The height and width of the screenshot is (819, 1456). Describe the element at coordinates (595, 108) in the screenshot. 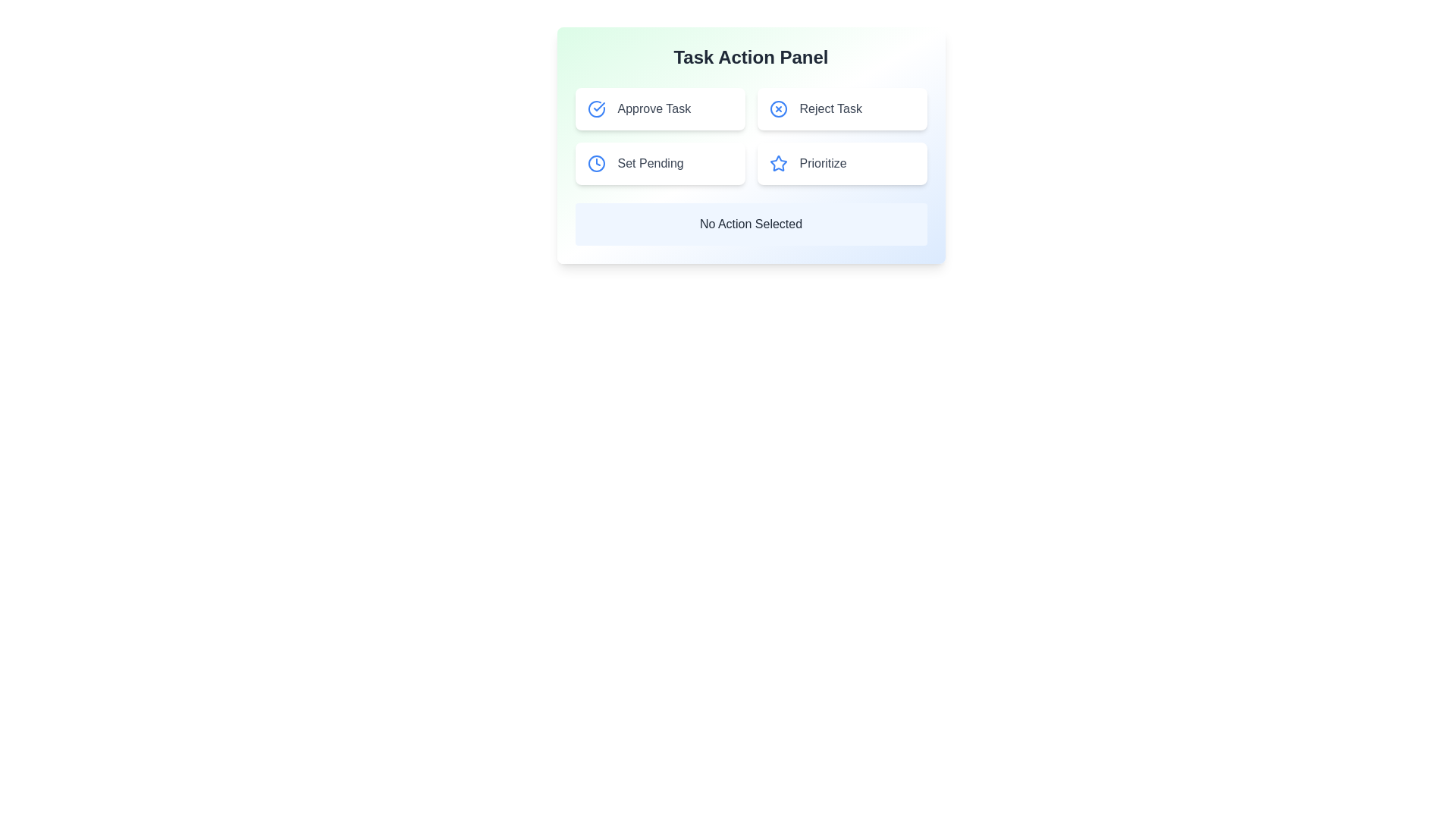

I see `the approval icon that visually represents the 'Approve Task' action, located to the left of the 'Approve Task' text label in the Task Action Panel` at that location.